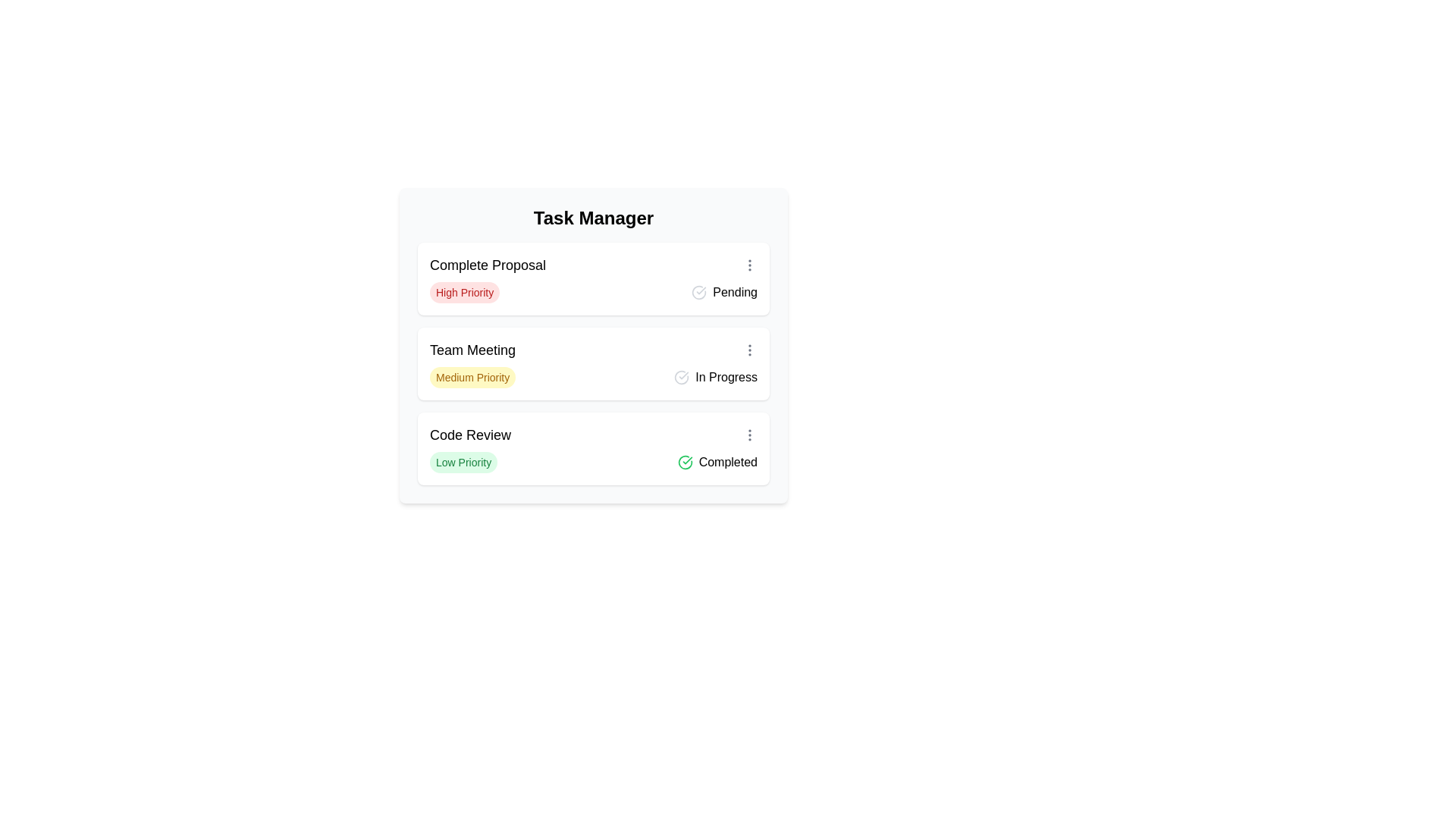 The height and width of the screenshot is (819, 1456). What do you see at coordinates (464, 292) in the screenshot?
I see `the Badge element that visually represents the priority level of the associated task, located beneath the 'Complete Proposal' text and aligned with the 'Pending' status indicator` at bounding box center [464, 292].